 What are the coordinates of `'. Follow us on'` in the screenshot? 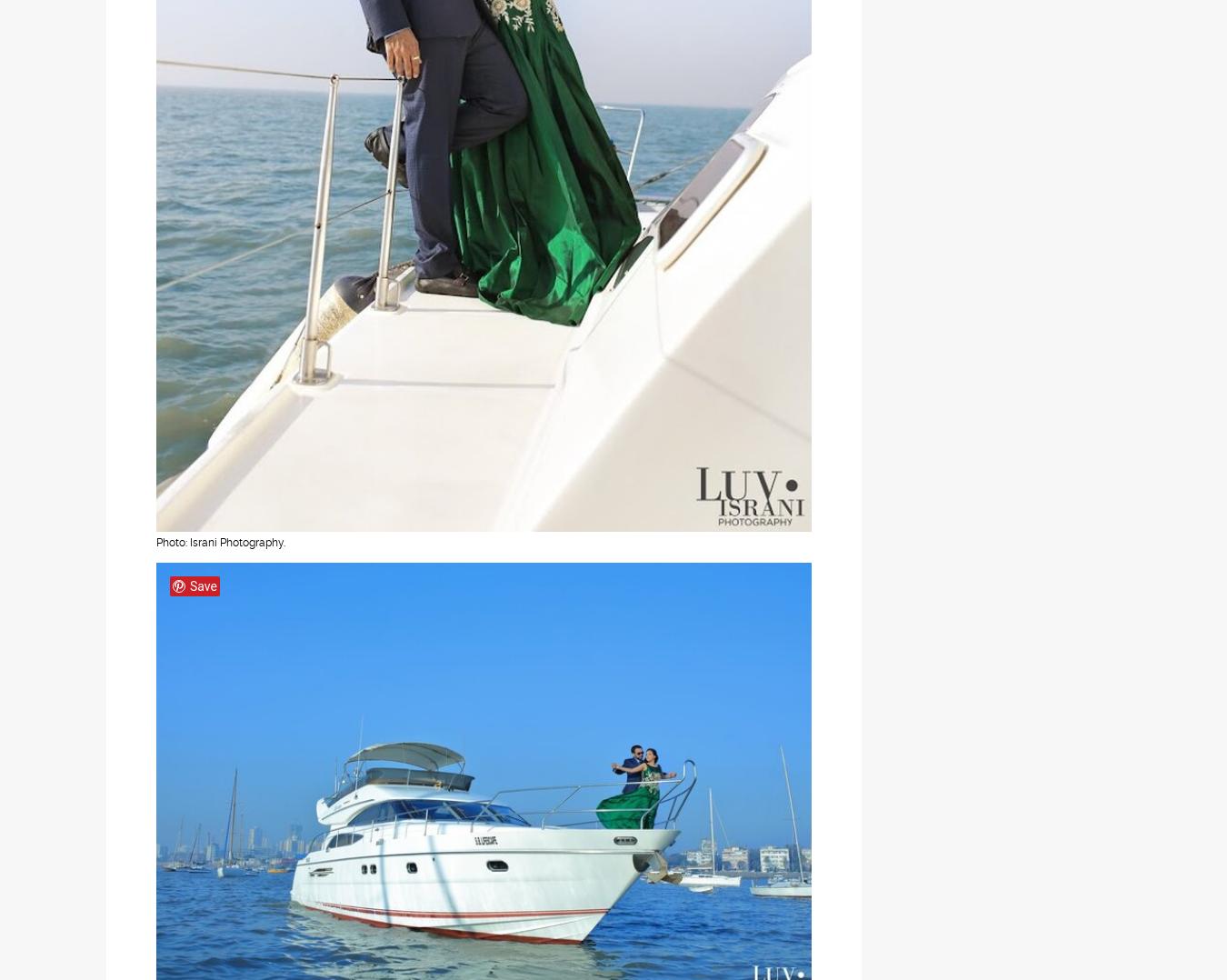 It's located at (643, 575).